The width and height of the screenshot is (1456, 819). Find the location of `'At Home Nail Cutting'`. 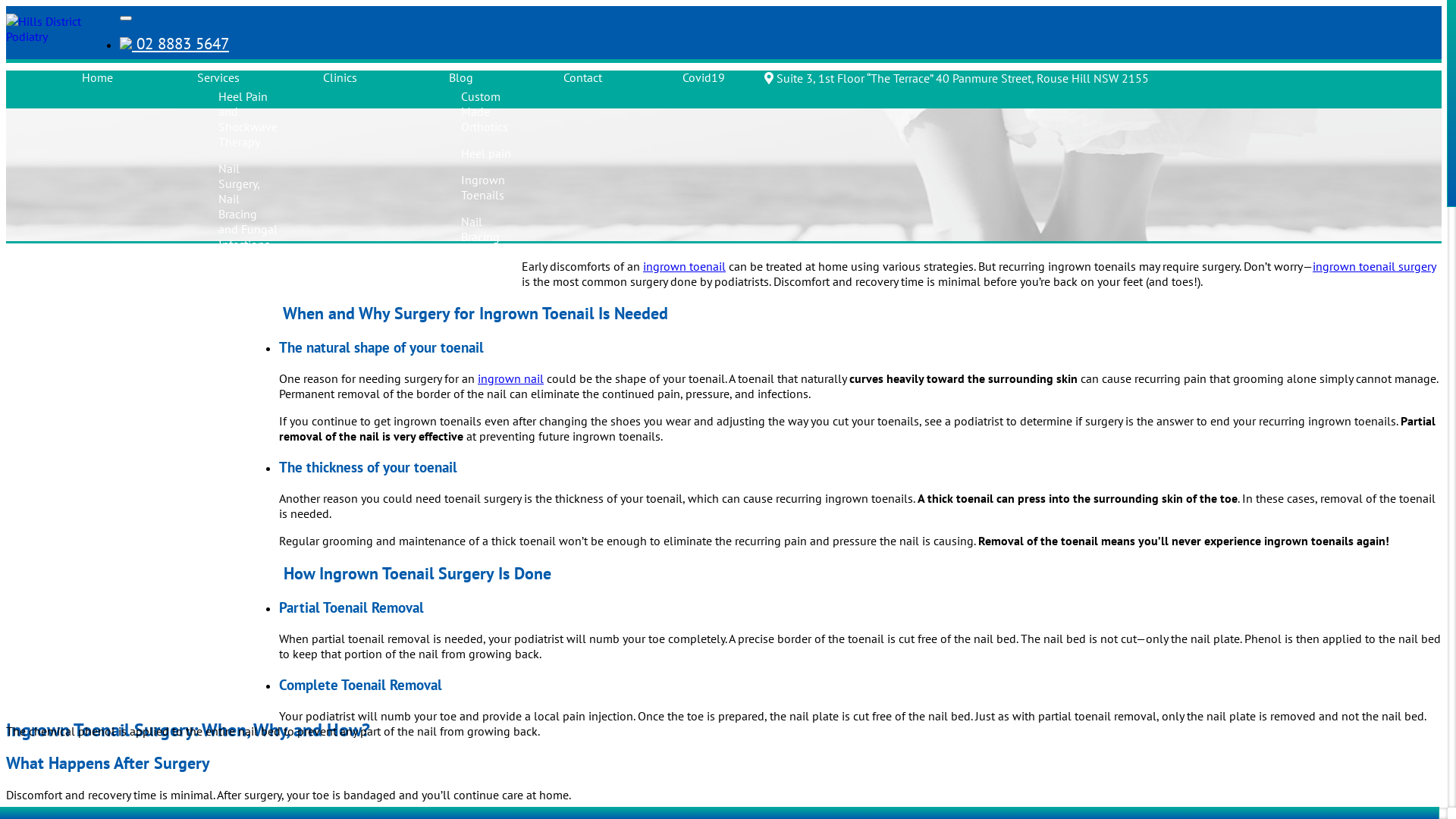

'At Home Nail Cutting' is located at coordinates (240, 616).